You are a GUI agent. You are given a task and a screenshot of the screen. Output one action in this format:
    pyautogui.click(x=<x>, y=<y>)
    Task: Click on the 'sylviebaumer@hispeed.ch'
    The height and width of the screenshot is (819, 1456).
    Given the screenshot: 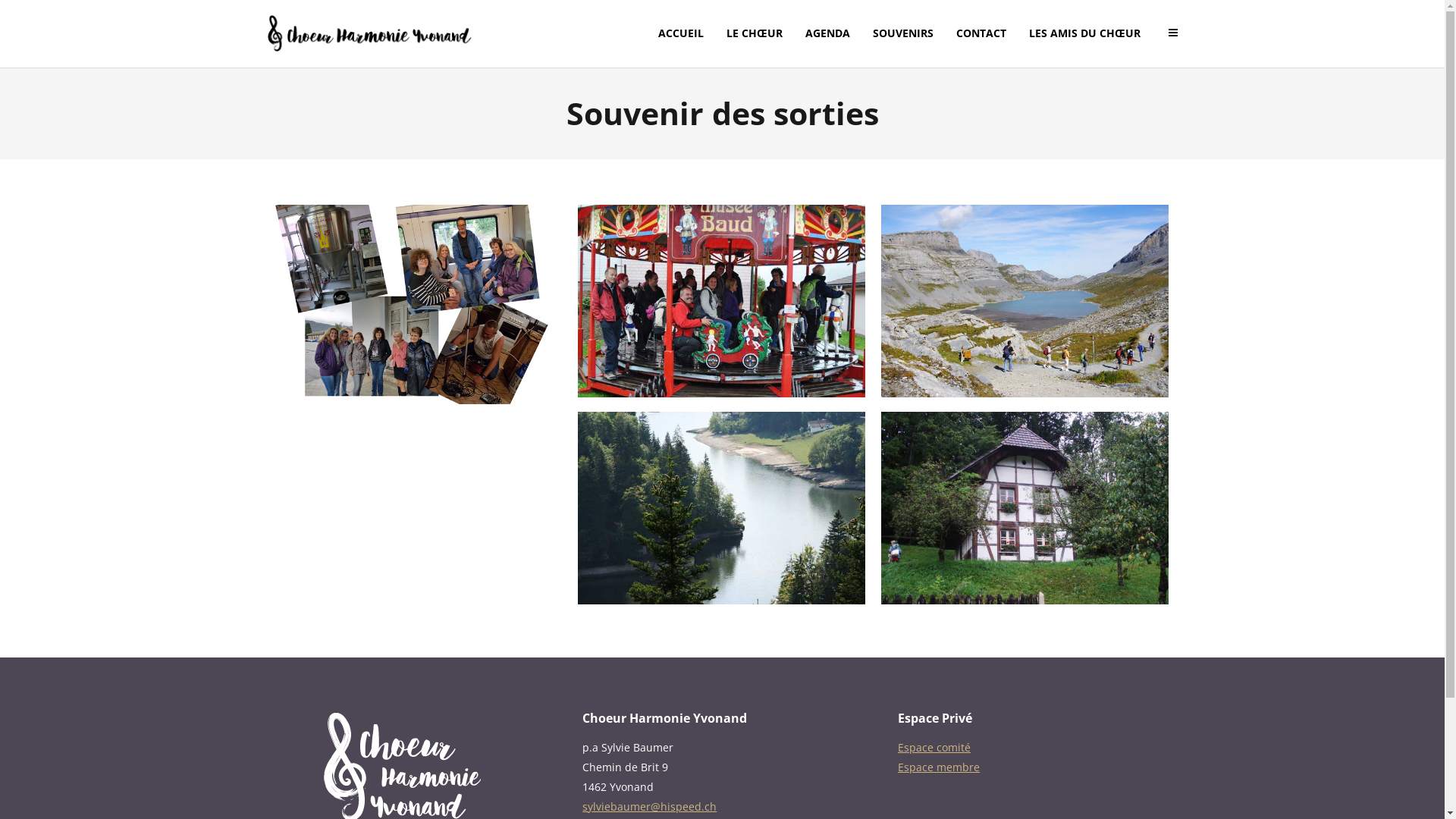 What is the action you would take?
    pyautogui.click(x=649, y=805)
    